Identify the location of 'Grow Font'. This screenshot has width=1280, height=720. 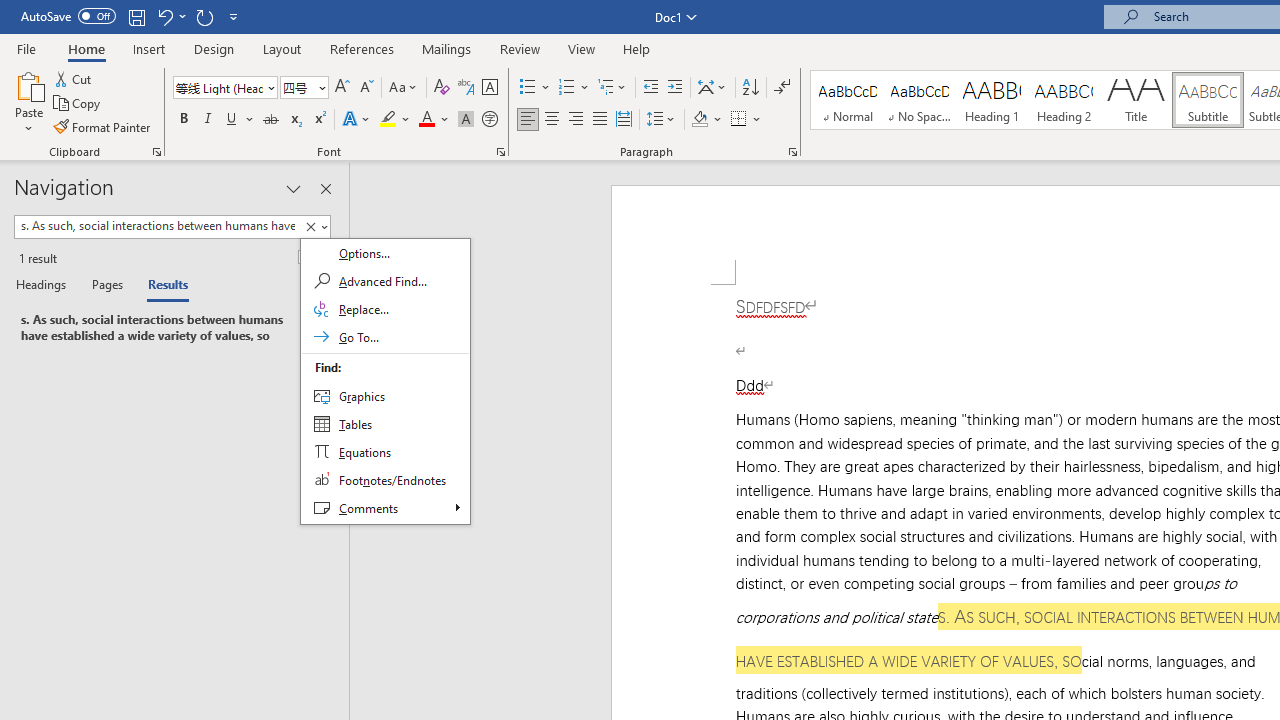
(342, 86).